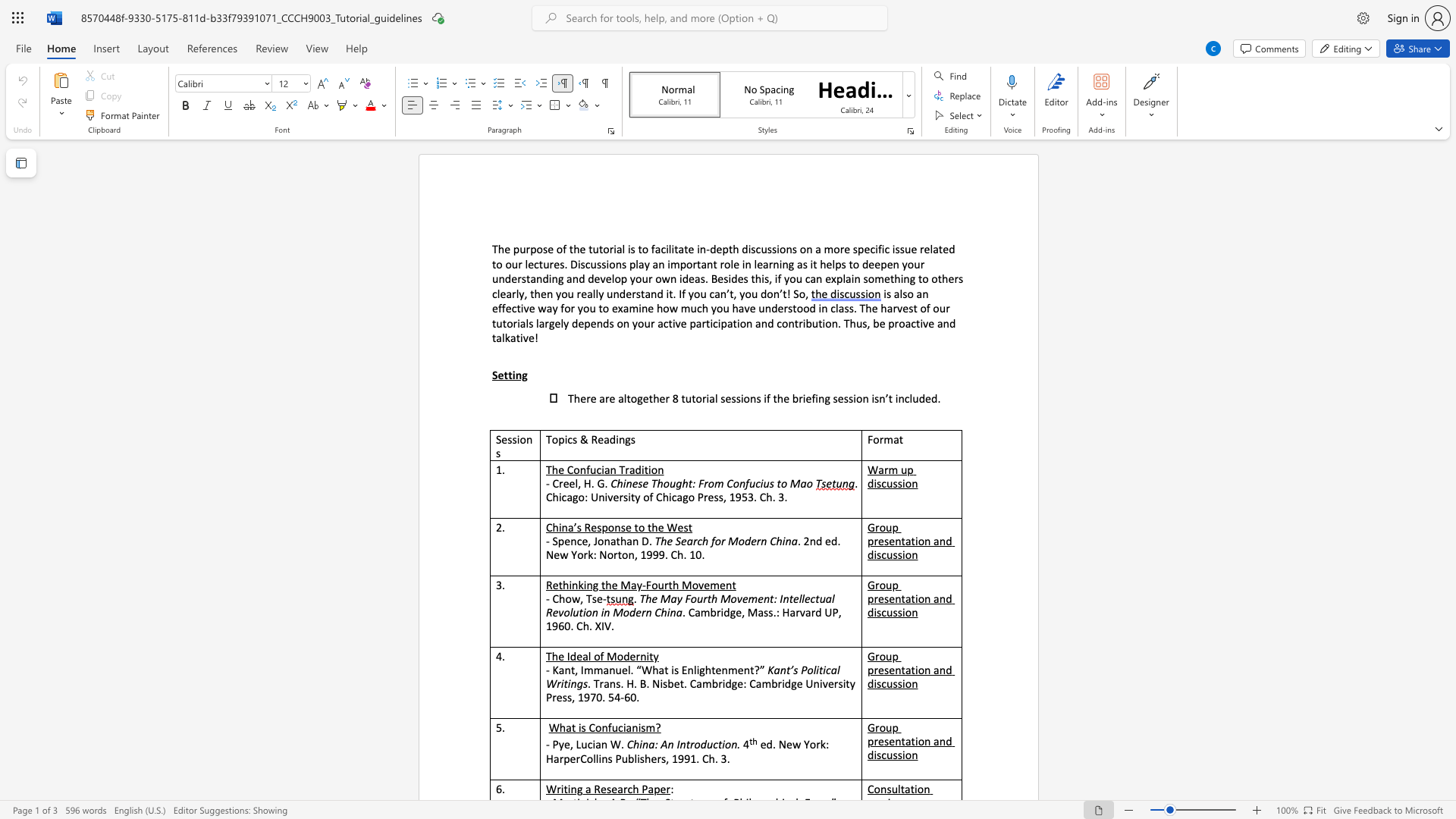 This screenshot has height=819, width=1456. Describe the element at coordinates (670, 248) in the screenshot. I see `the subset text "itat" within the text "facilitate"` at that location.